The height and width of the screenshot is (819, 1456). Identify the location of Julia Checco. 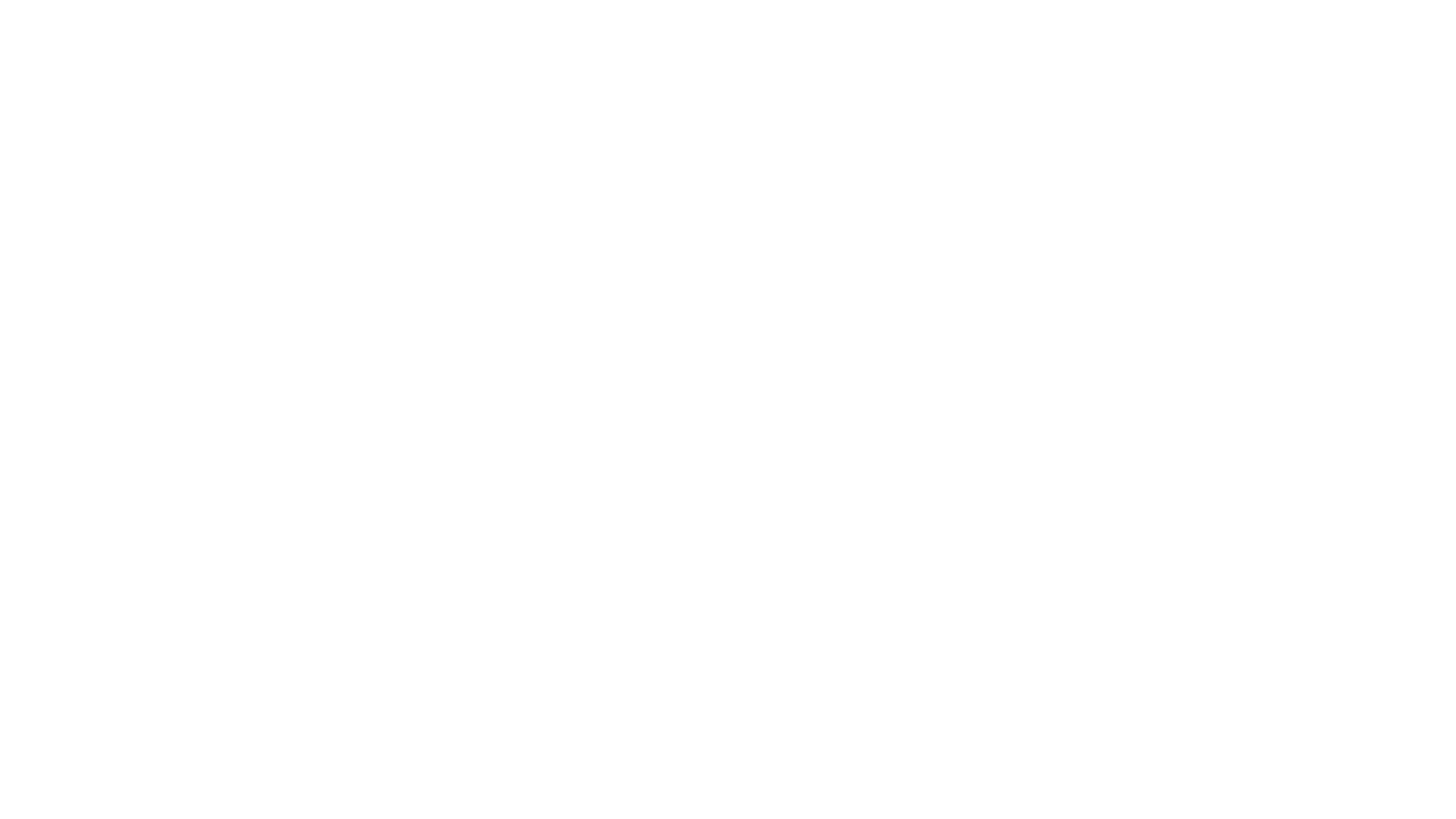
(728, 174).